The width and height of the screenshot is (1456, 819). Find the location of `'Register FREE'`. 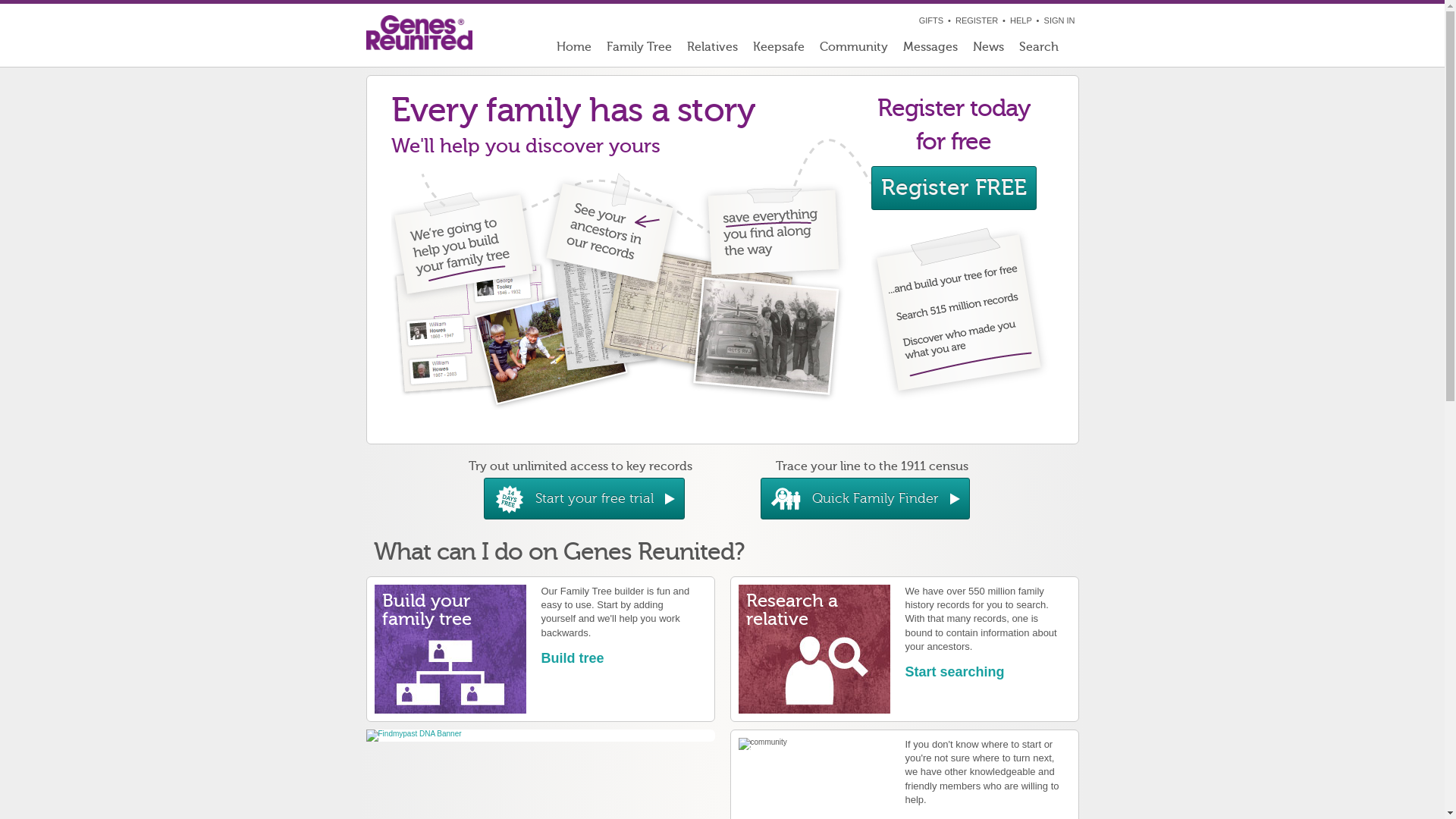

'Register FREE' is located at coordinates (952, 187).